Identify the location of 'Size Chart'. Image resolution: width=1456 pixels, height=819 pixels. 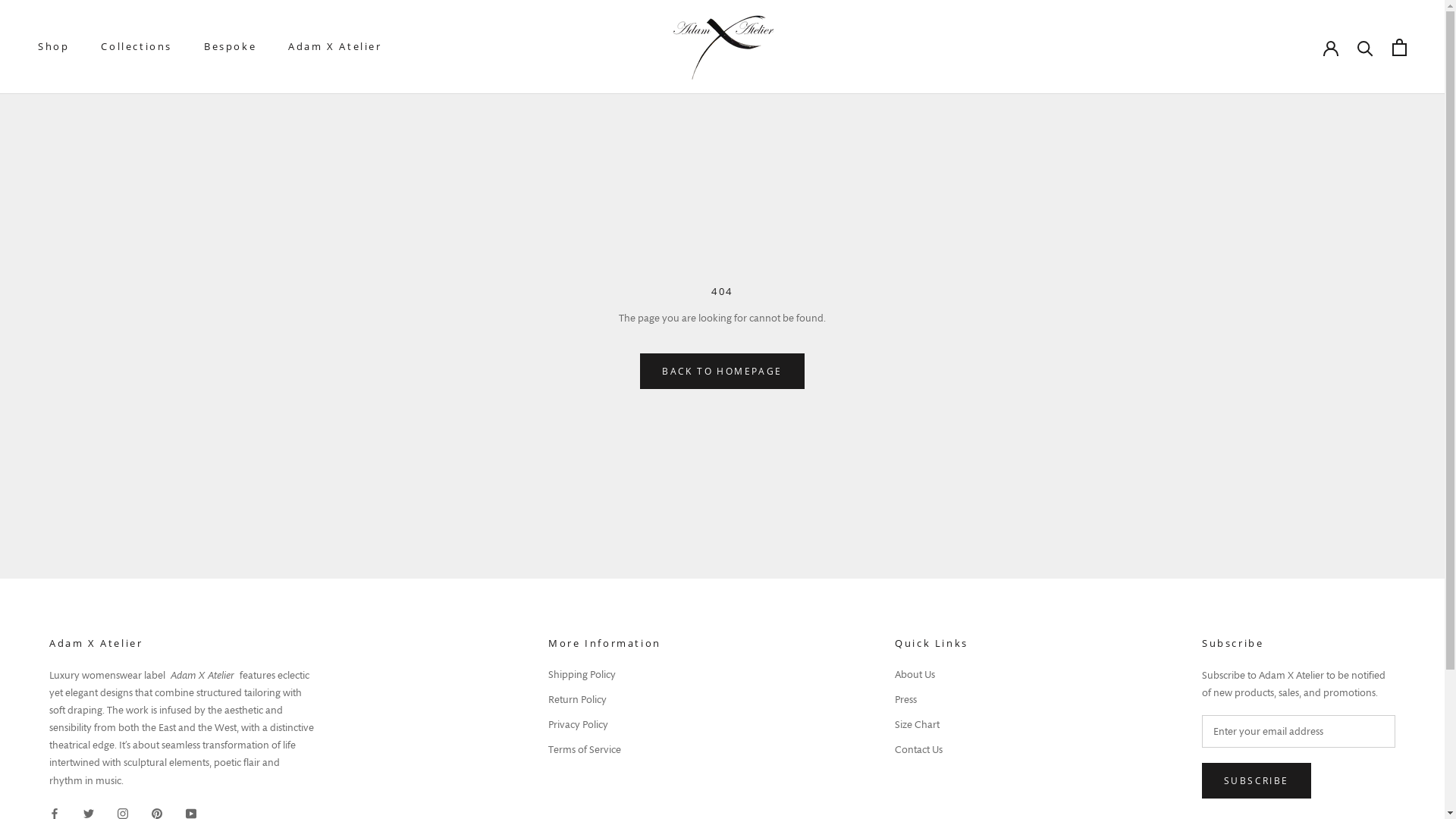
(895, 723).